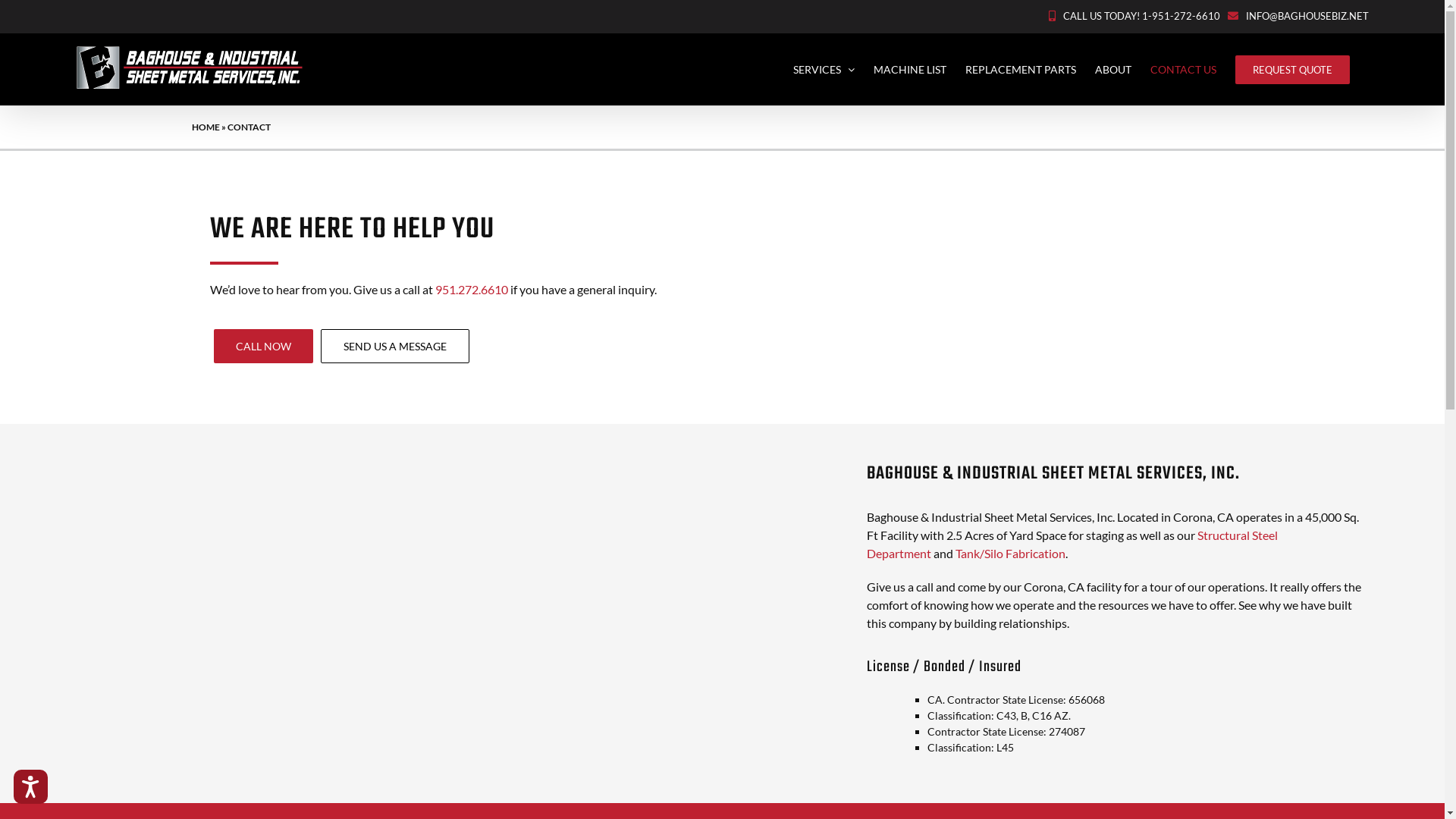 This screenshot has width=1456, height=819. I want to click on 'MACHINE LIST', so click(910, 69).